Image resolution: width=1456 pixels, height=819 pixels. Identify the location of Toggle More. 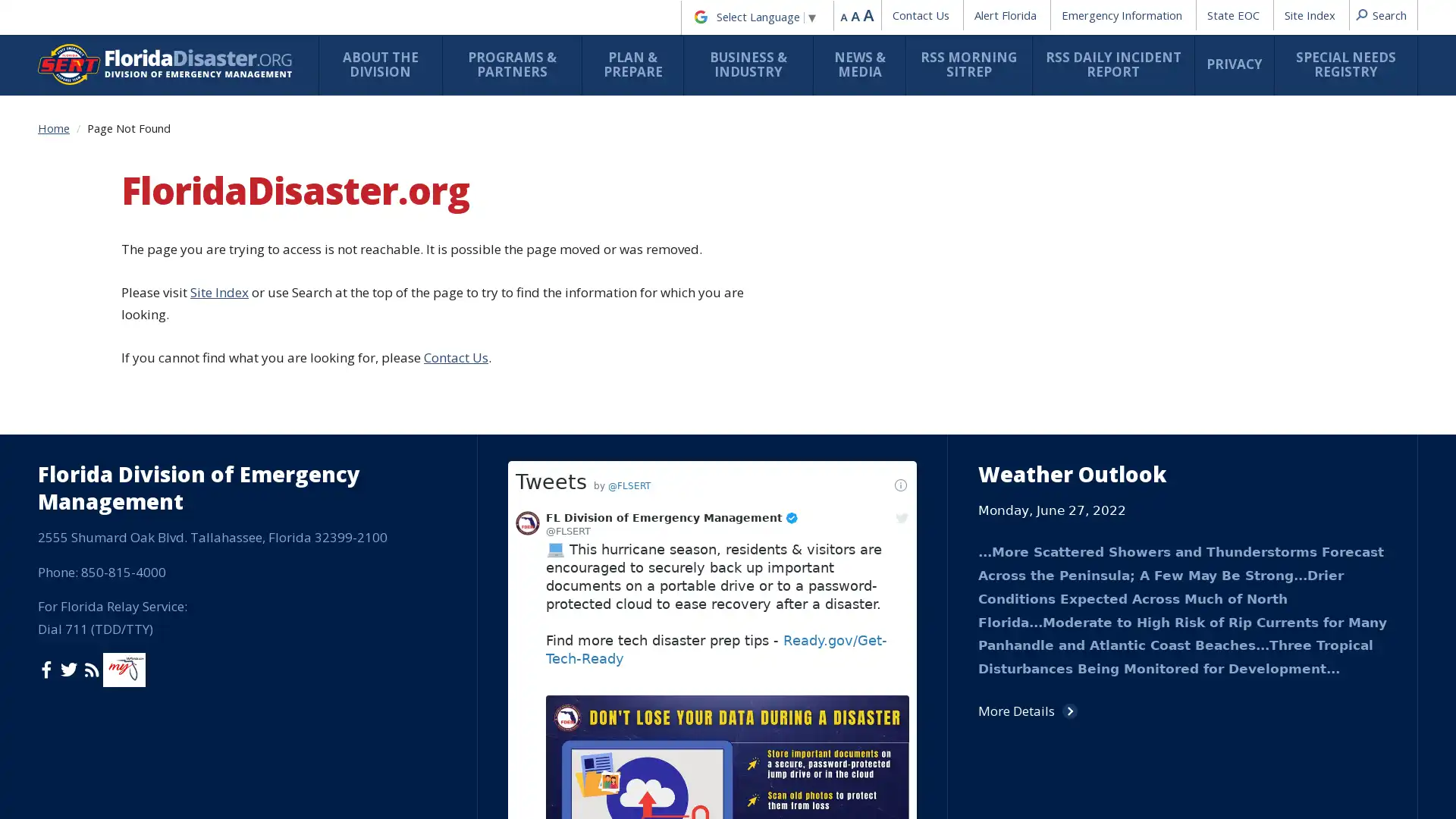
(607, 202).